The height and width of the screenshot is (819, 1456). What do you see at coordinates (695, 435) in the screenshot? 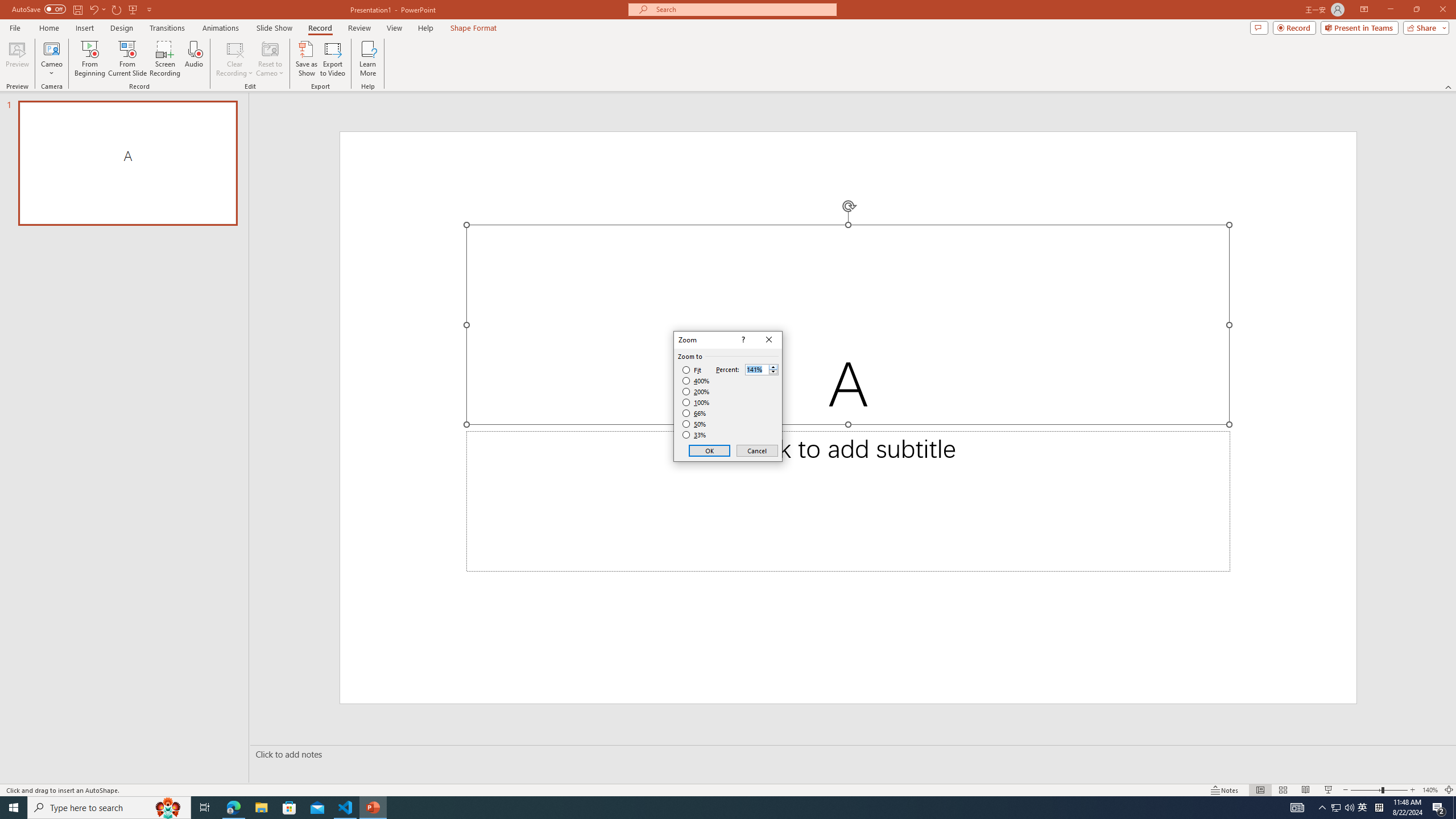
I see `'33%'` at bounding box center [695, 435].